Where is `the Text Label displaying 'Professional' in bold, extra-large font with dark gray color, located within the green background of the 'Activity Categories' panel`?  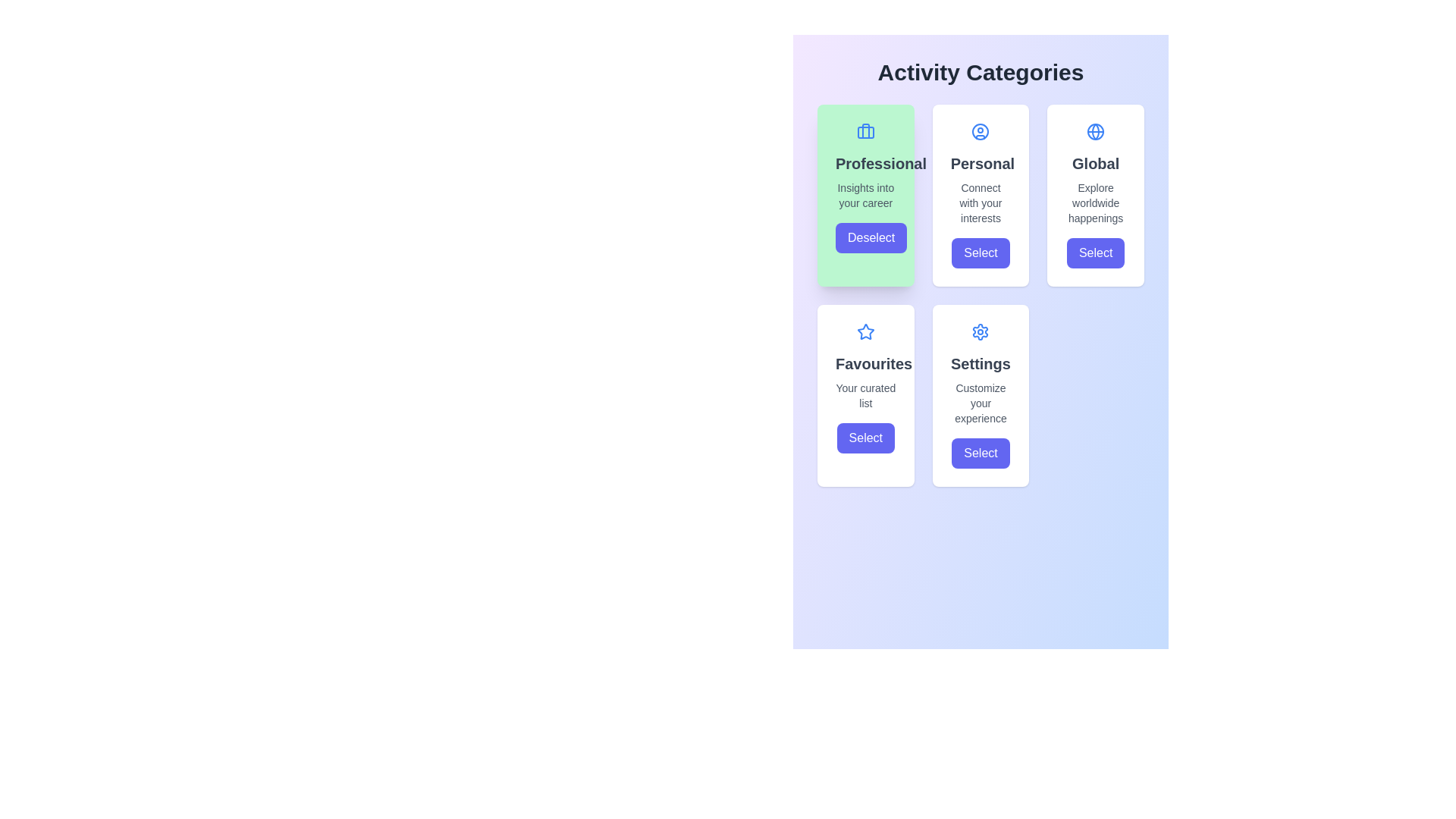
the Text Label displaying 'Professional' in bold, extra-large font with dark gray color, located within the green background of the 'Activity Categories' panel is located at coordinates (865, 164).